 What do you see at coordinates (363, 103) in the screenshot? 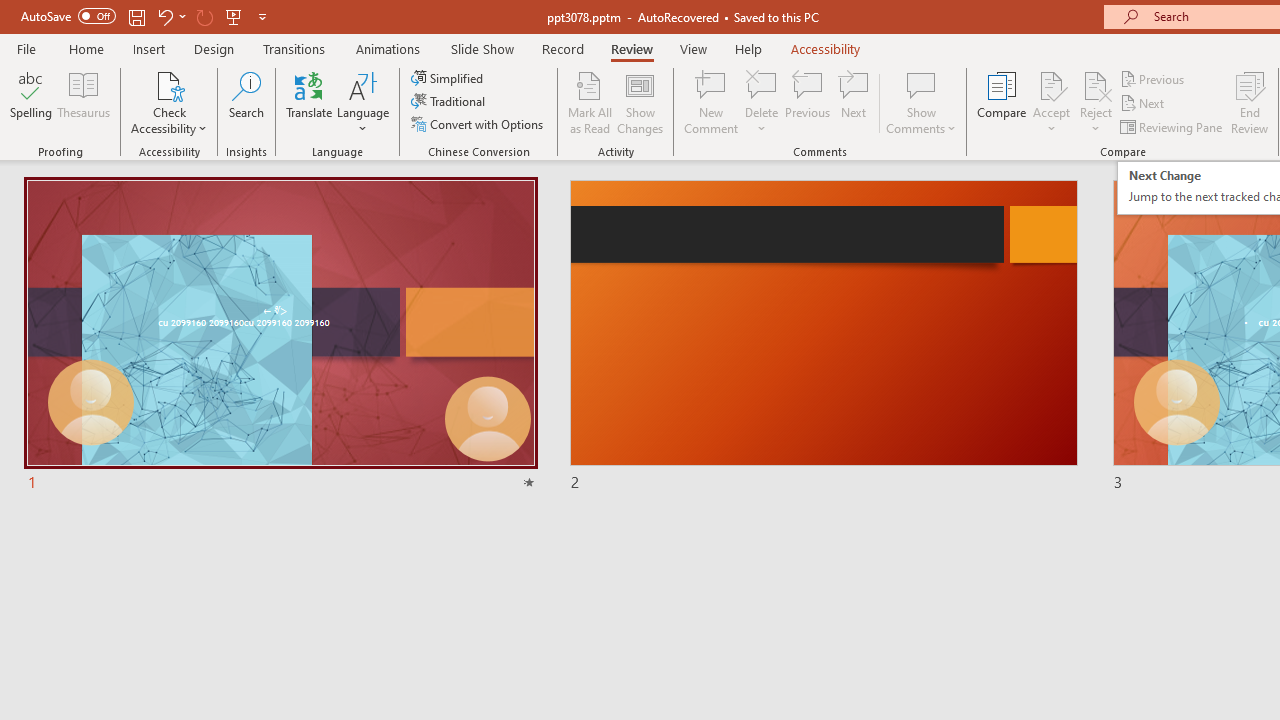
I see `'Language'` at bounding box center [363, 103].